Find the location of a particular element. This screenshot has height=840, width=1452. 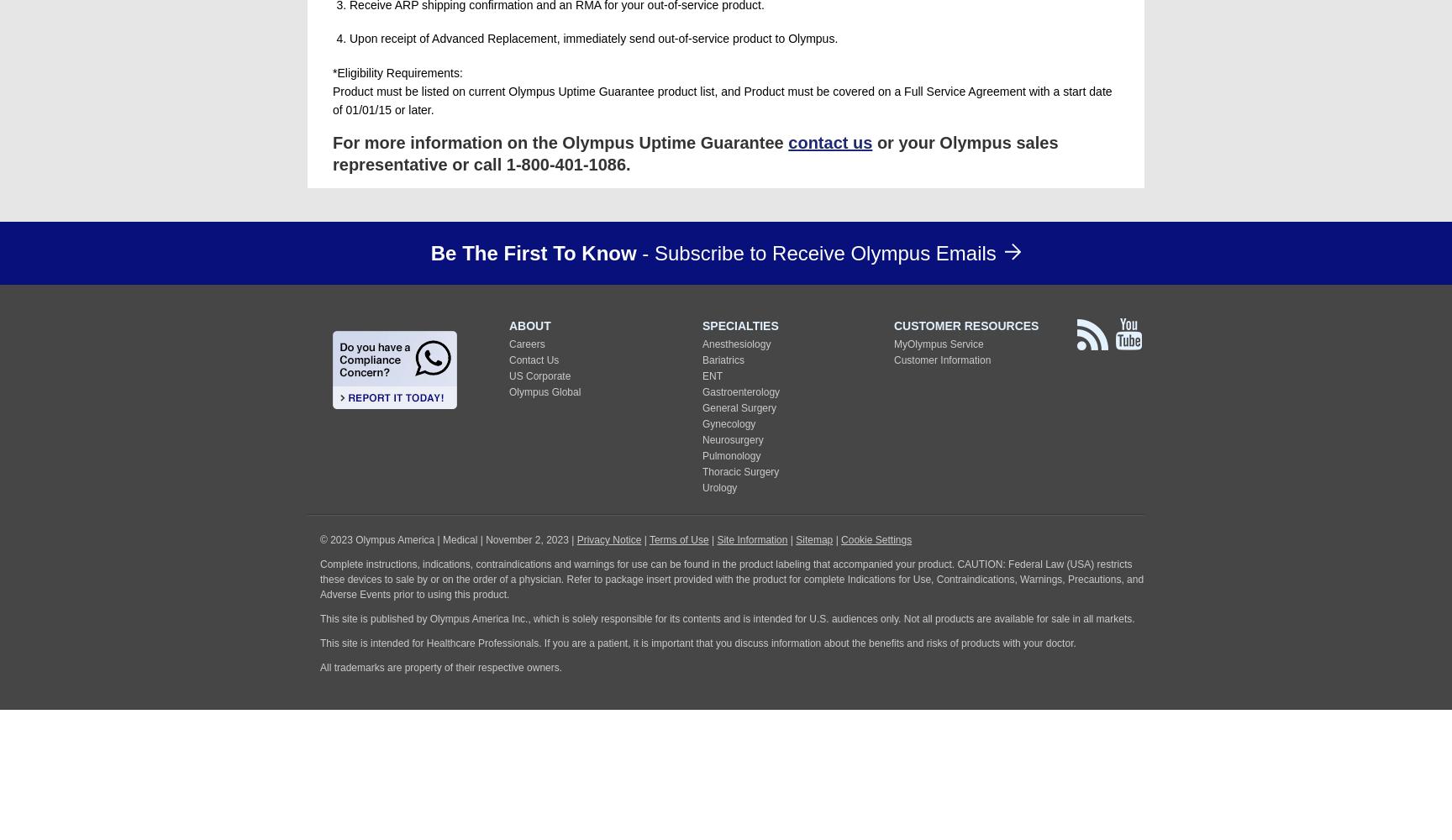

'All trademarks are property of their respective owners.' is located at coordinates (440, 668).